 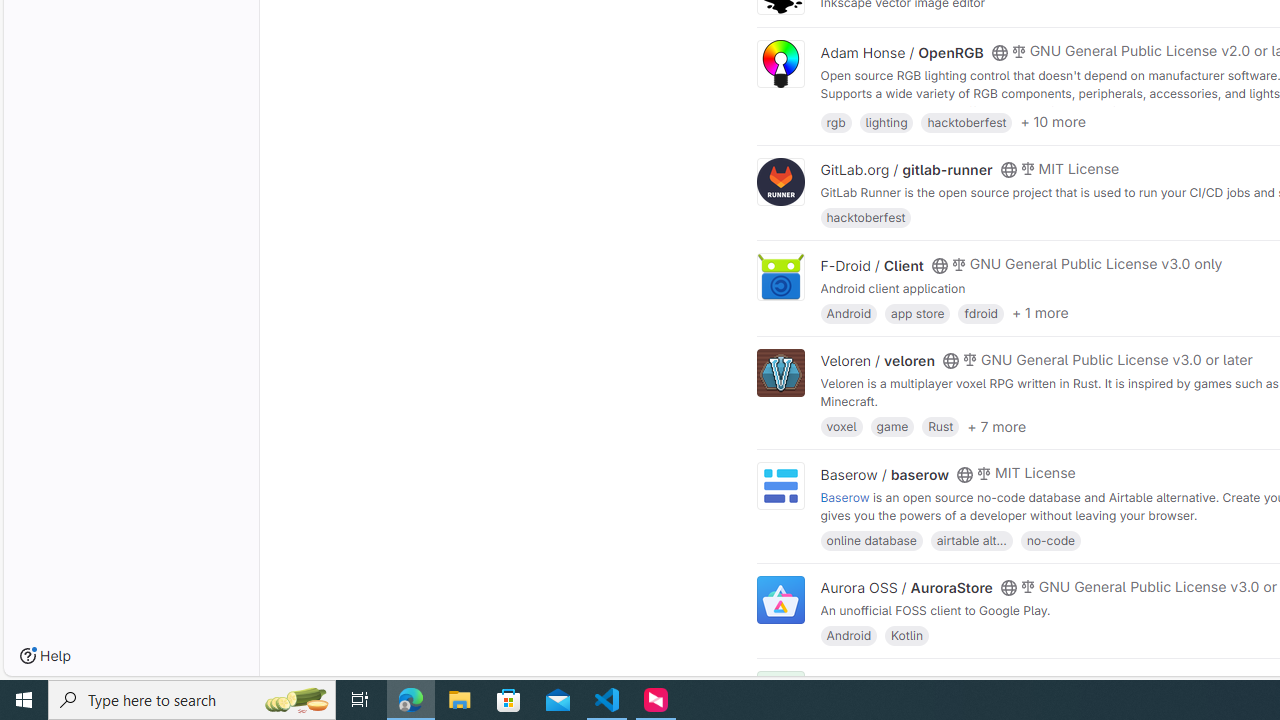 What do you see at coordinates (906, 635) in the screenshot?
I see `'Kotlin'` at bounding box center [906, 635].